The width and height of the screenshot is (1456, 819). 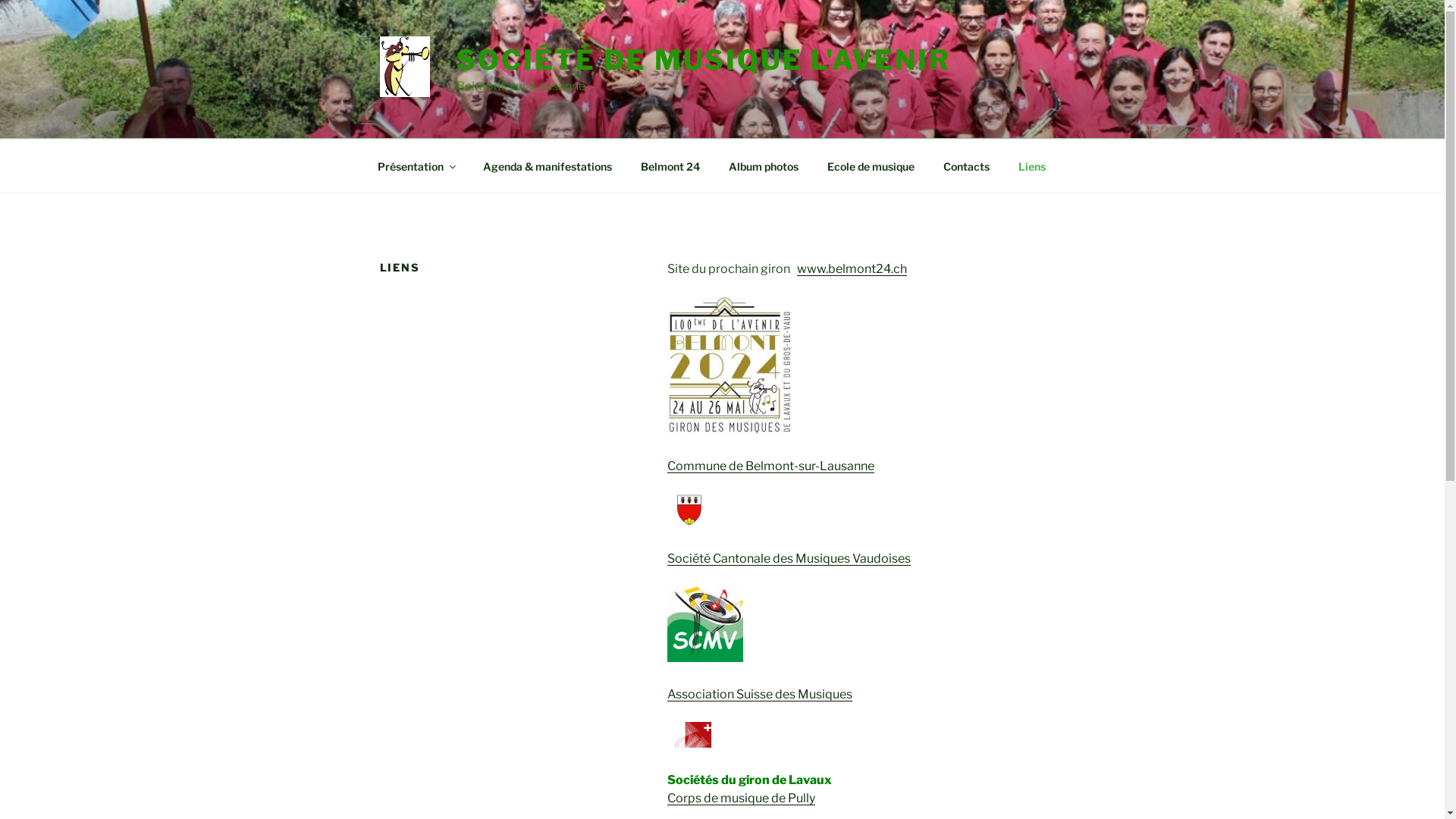 What do you see at coordinates (871, 165) in the screenshot?
I see `'Ecole de musique'` at bounding box center [871, 165].